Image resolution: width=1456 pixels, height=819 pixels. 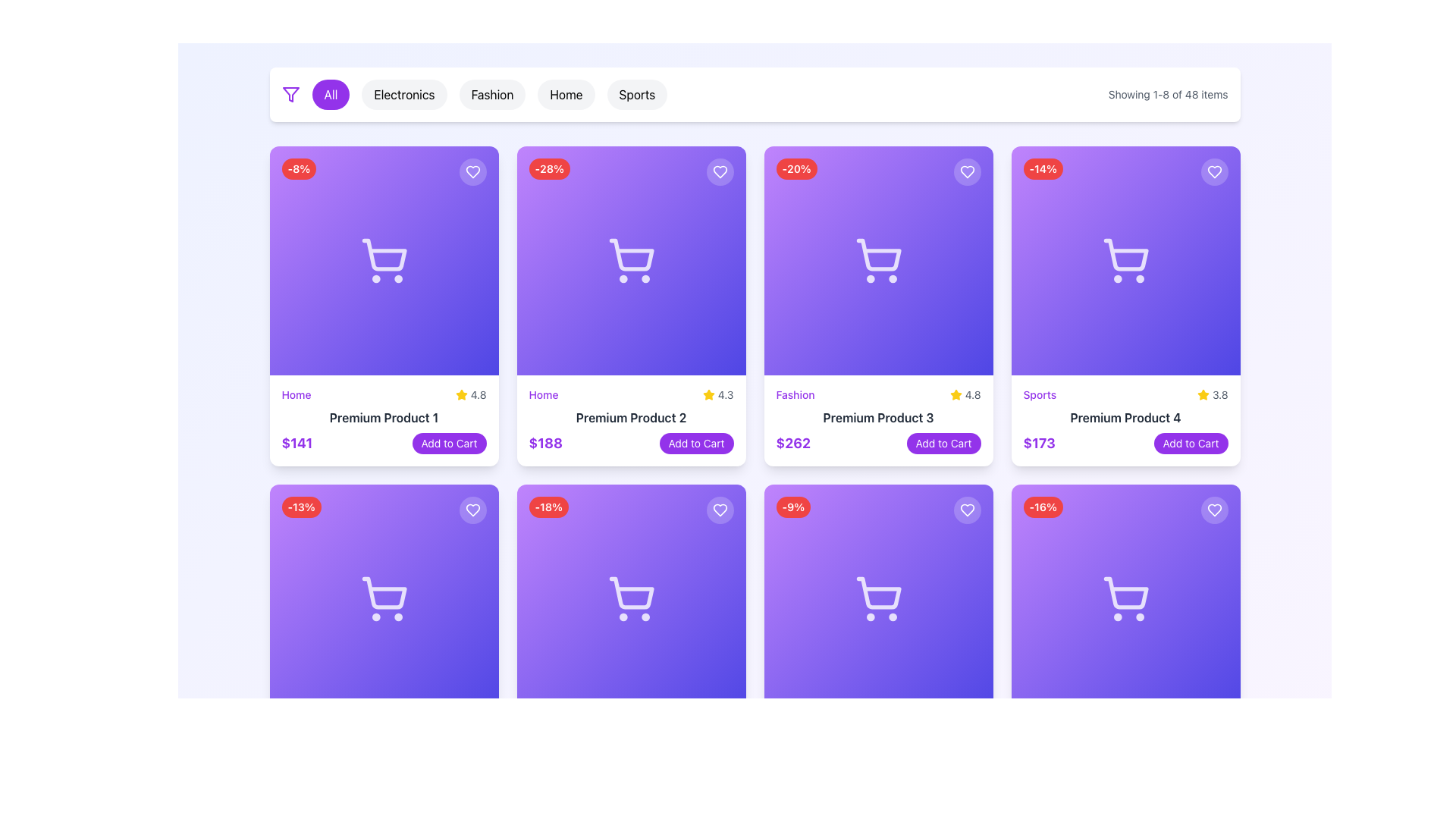 I want to click on the heart button located at the top-right corner of the card representing 'Premium Product 4', so click(x=1214, y=171).